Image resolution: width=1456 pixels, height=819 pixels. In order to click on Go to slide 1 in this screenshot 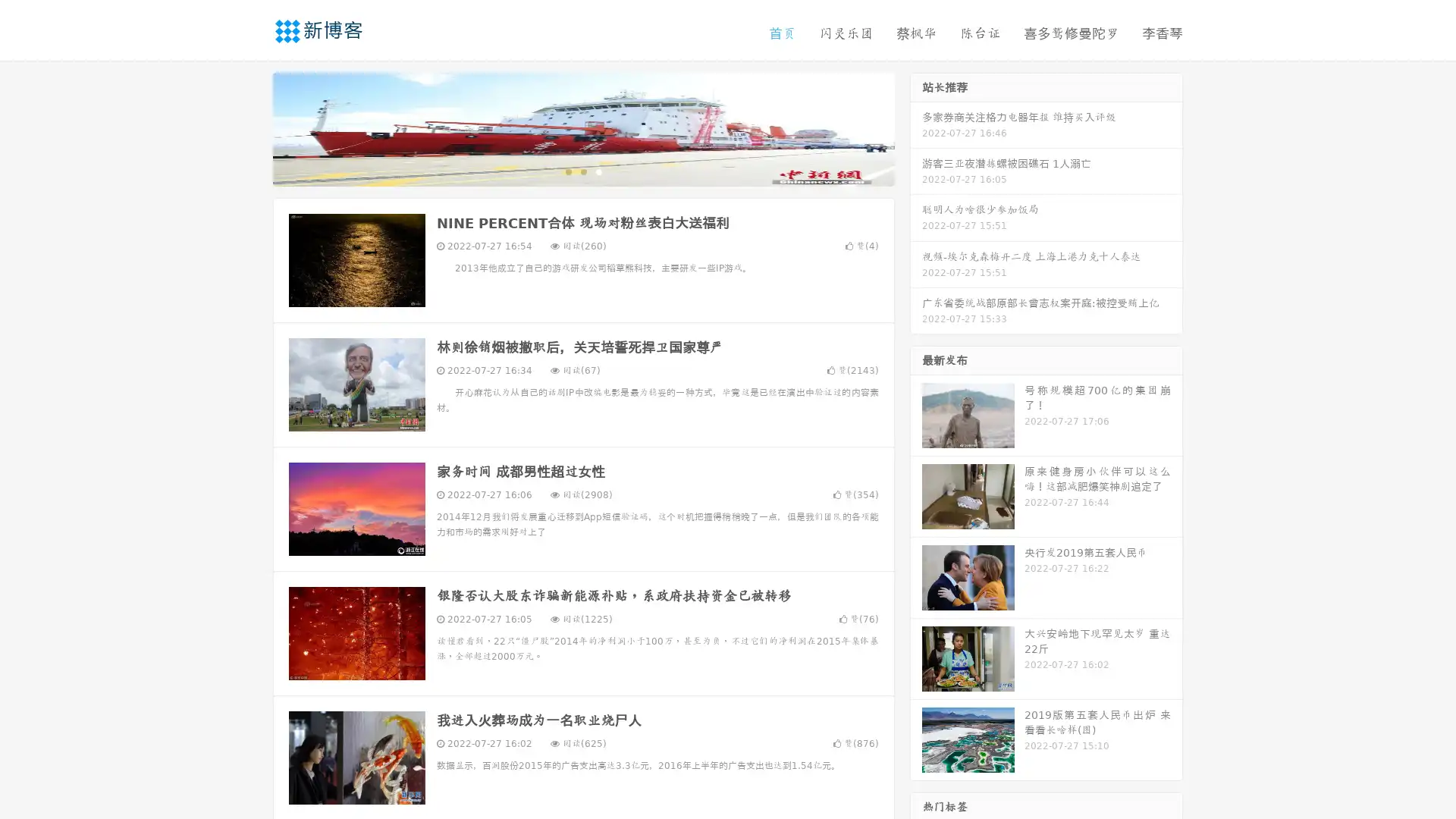, I will do `click(567, 171)`.